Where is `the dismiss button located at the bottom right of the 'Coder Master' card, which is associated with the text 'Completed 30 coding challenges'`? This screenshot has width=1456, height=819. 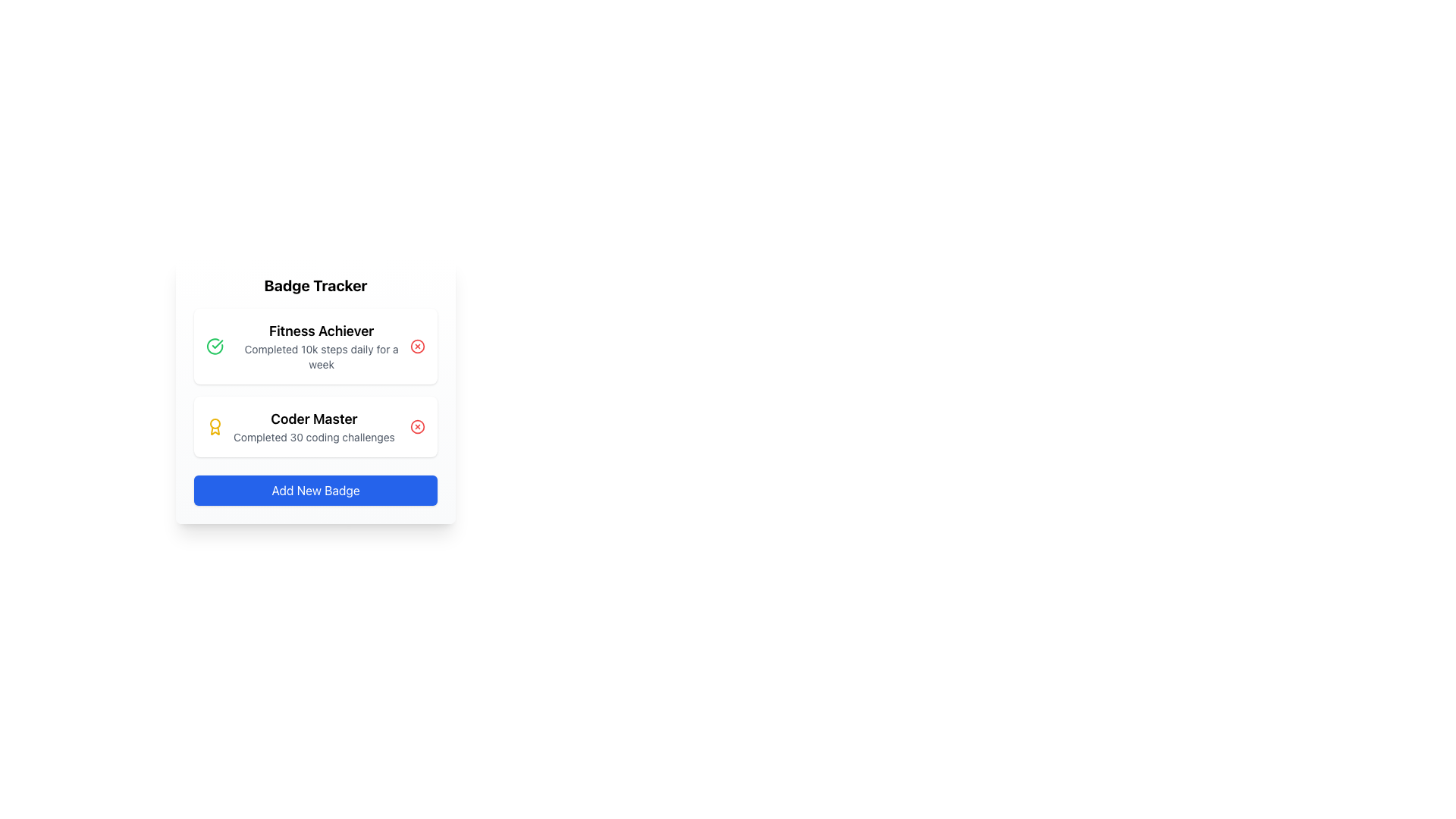
the dismiss button located at the bottom right of the 'Coder Master' card, which is associated with the text 'Completed 30 coding challenges' is located at coordinates (418, 427).